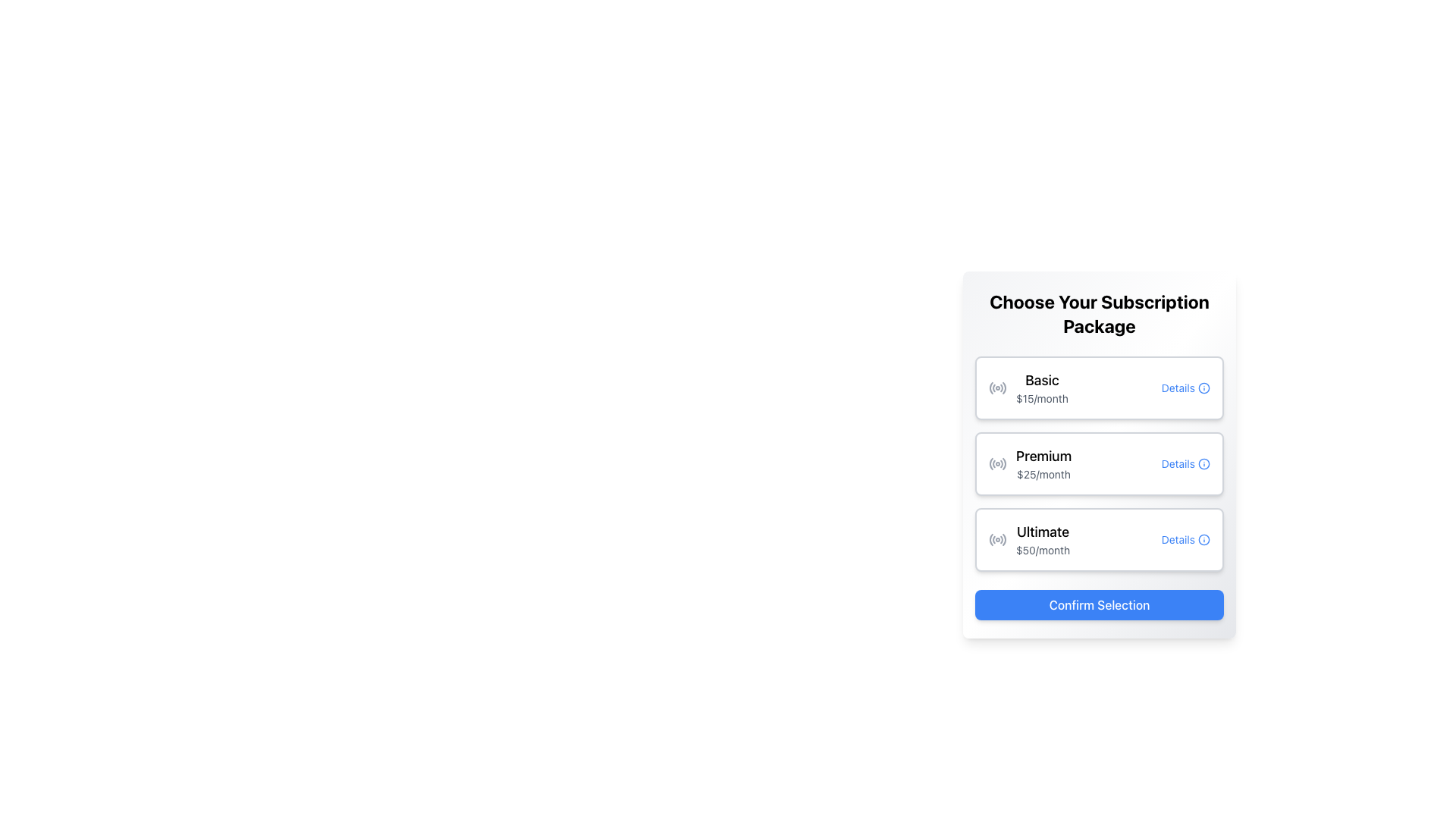 This screenshot has width=1456, height=819. What do you see at coordinates (1043, 463) in the screenshot?
I see `the 'Premium' text element, which is part of the subscription package options` at bounding box center [1043, 463].